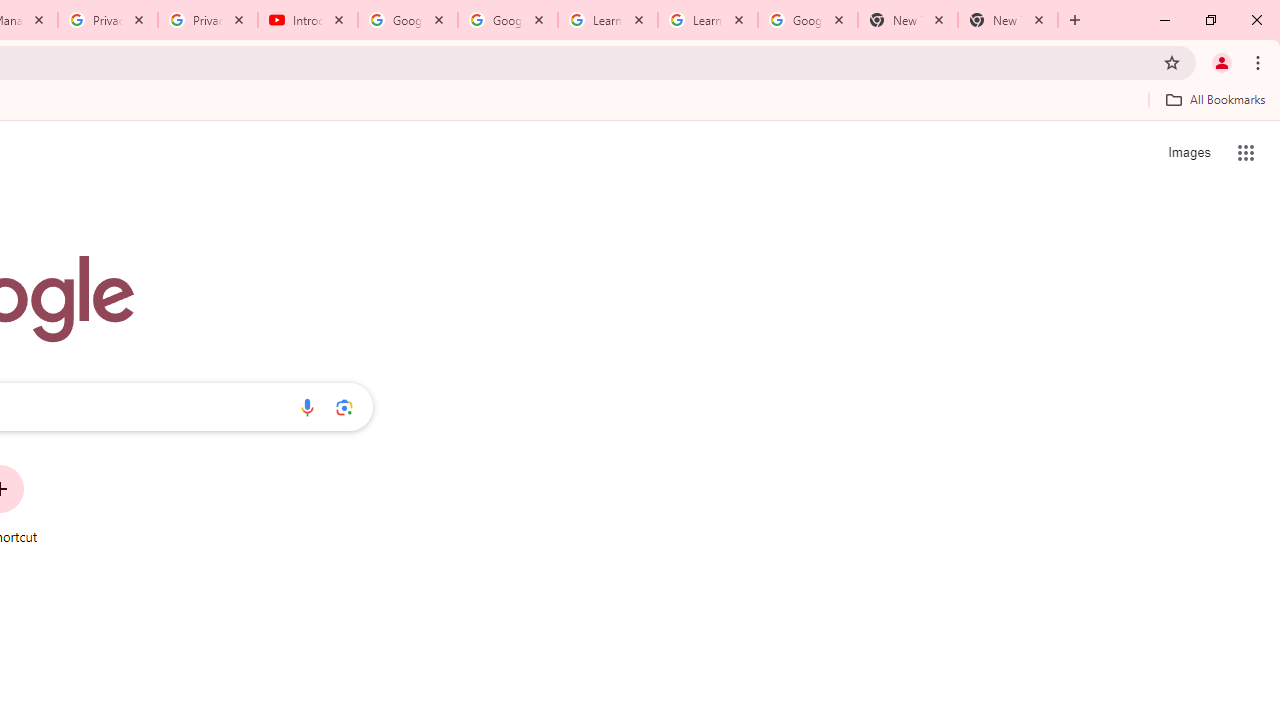 The image size is (1280, 720). Describe the element at coordinates (306, 406) in the screenshot. I see `'Search by voice'` at that location.